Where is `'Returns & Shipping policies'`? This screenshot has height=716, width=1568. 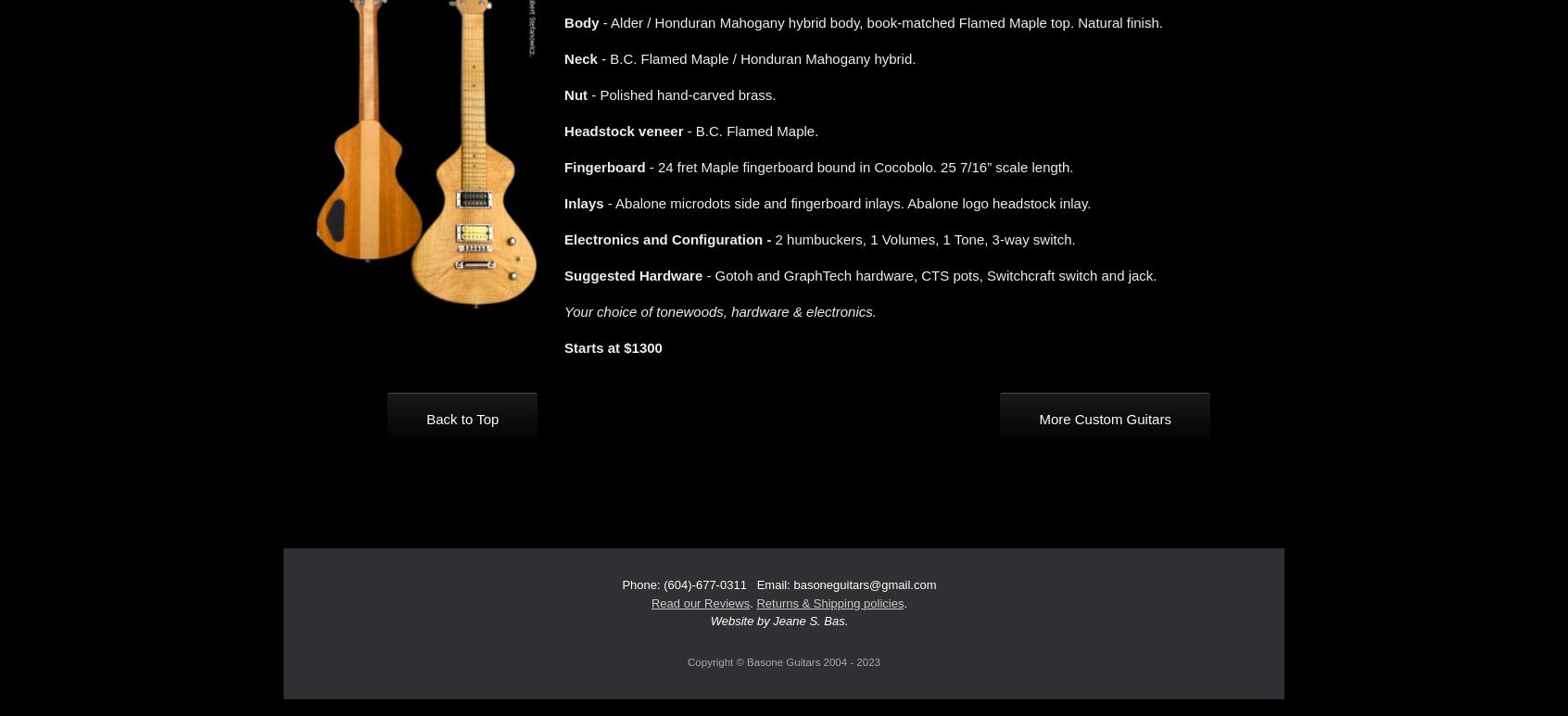 'Returns & Shipping policies' is located at coordinates (828, 602).